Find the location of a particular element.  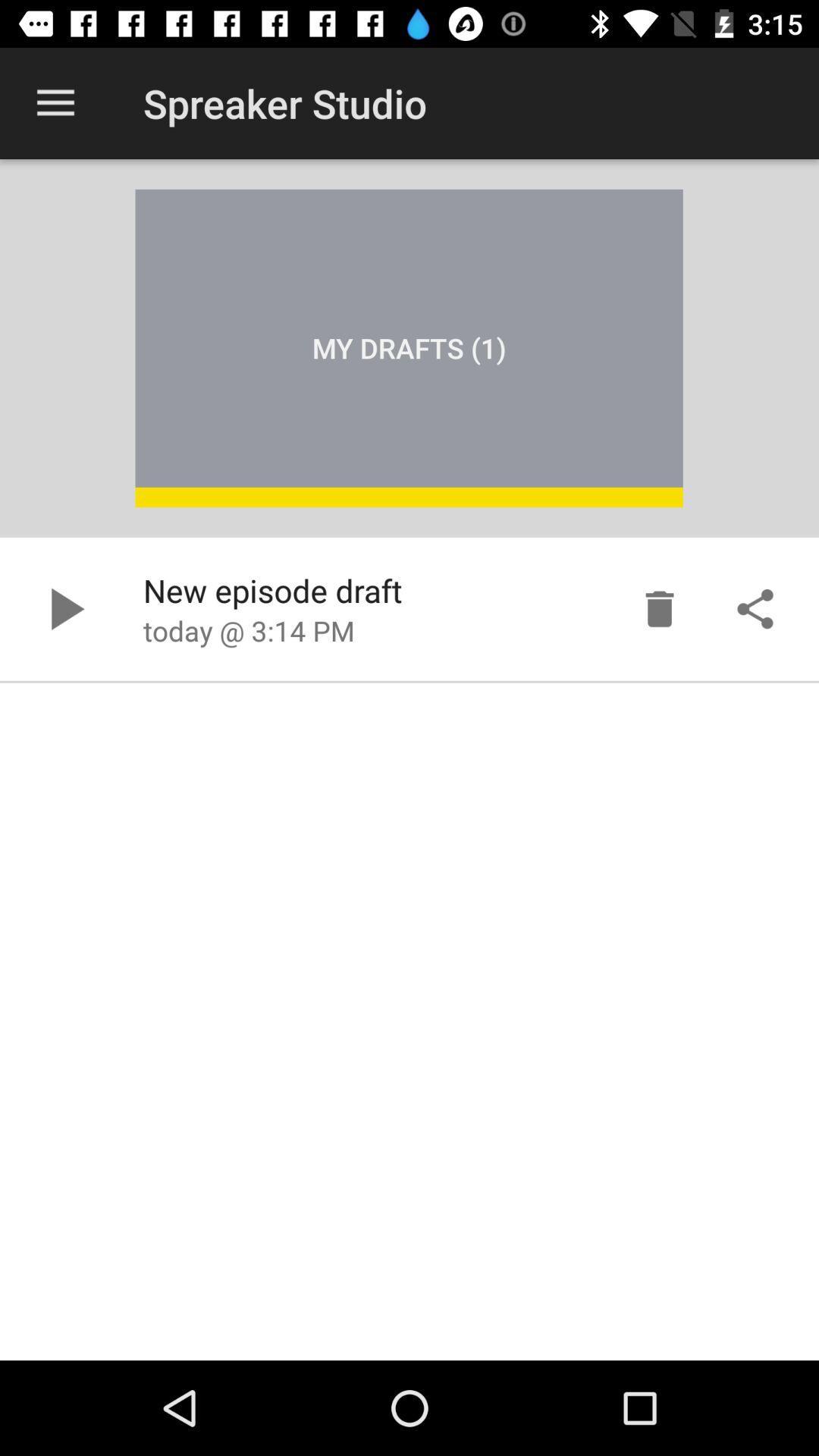

icon next to spreaker studio app is located at coordinates (55, 102).